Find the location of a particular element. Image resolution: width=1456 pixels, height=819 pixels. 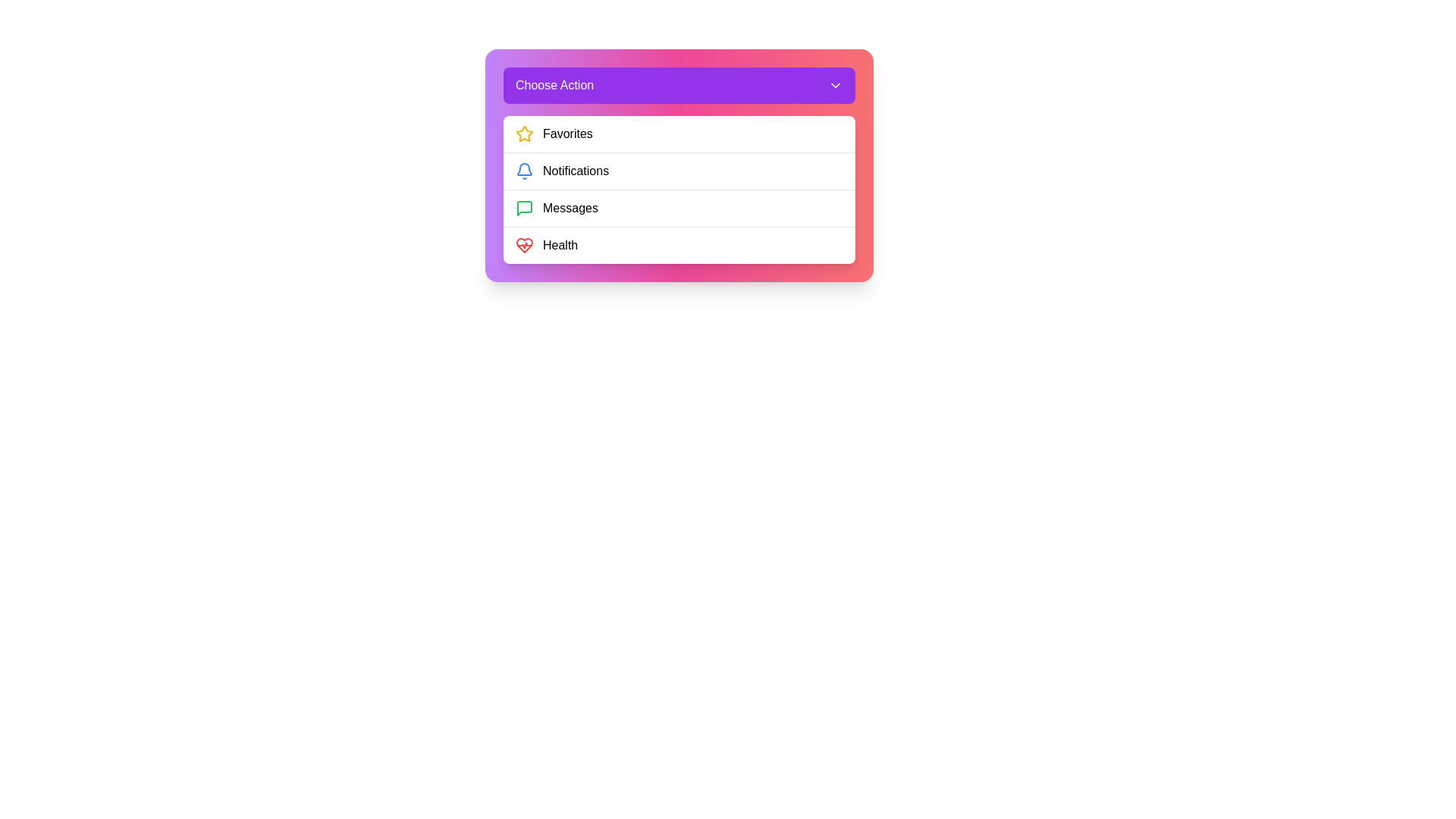

the 'Messages' icon in the action menu, which is the third icon from the top, visually representing the 'Messages' action is located at coordinates (524, 208).